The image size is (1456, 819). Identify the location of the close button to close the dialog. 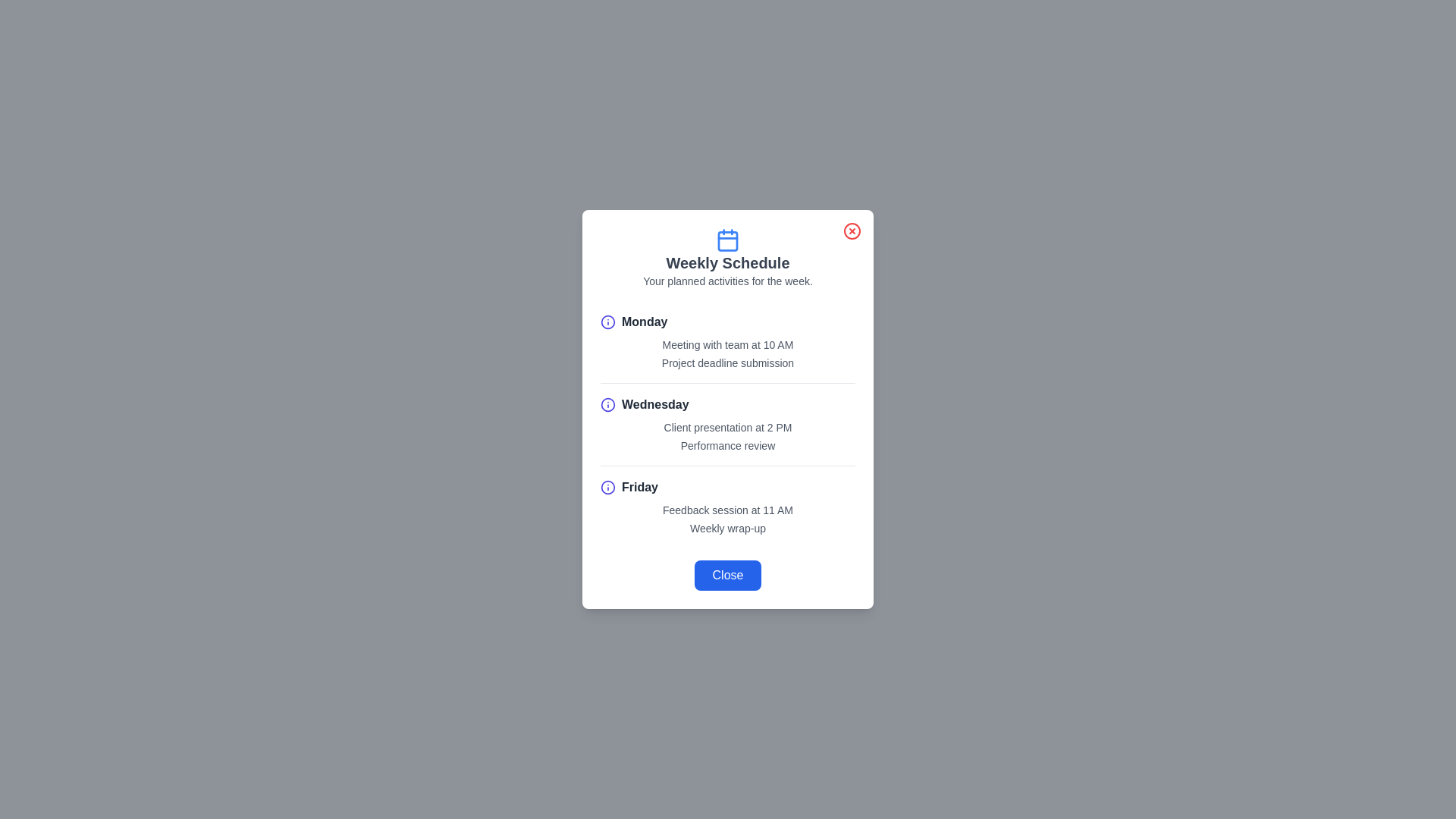
(852, 231).